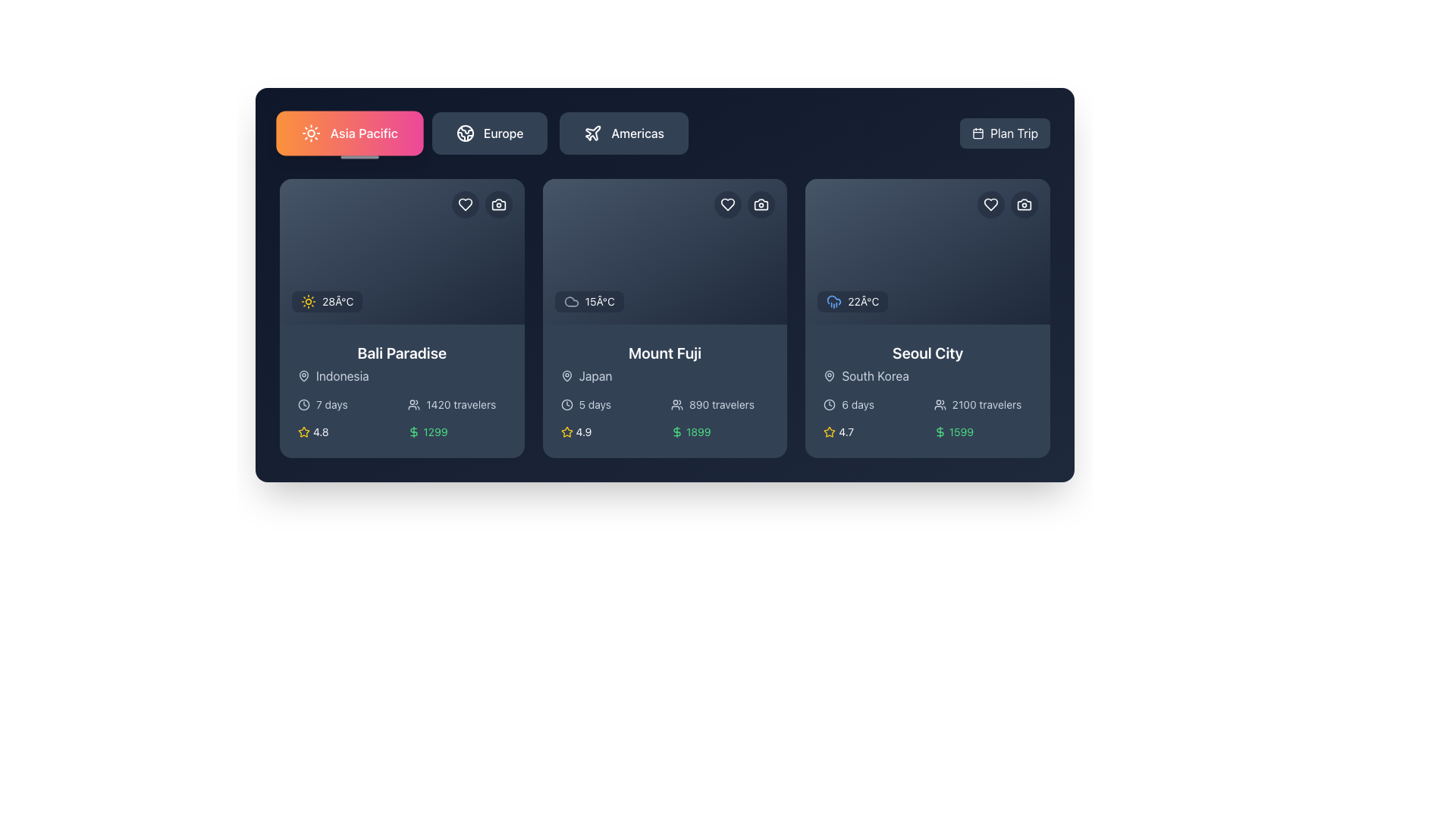 The height and width of the screenshot is (819, 1456). Describe the element at coordinates (465, 133) in the screenshot. I see `the 'Europe' tab icon, which is visually represented by a globe icon located second among the tabs in the top section of the interface, to help users identify the region selection` at that location.